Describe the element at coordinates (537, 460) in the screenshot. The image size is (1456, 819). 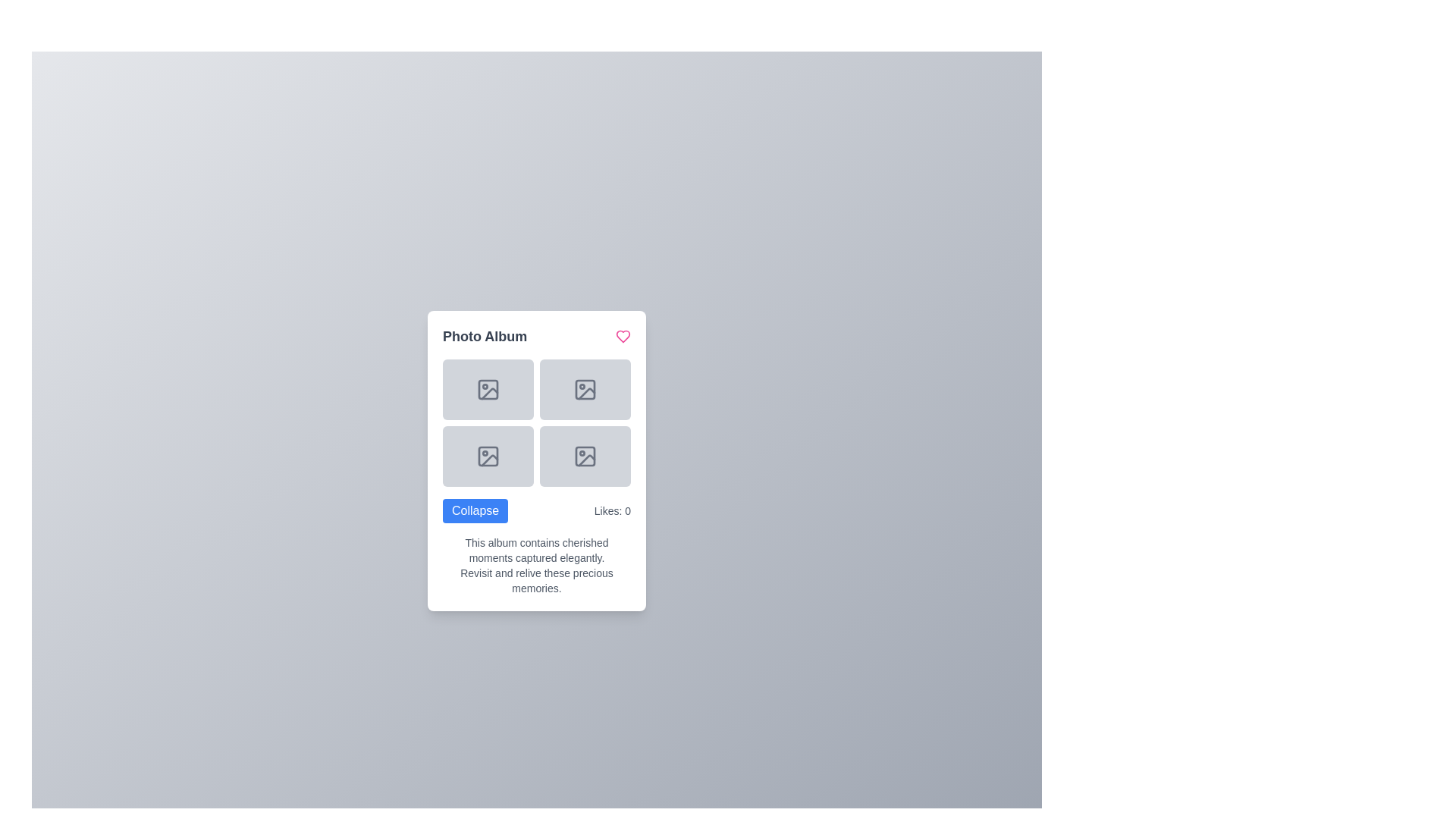
I see `the grid image within the photo album card` at that location.